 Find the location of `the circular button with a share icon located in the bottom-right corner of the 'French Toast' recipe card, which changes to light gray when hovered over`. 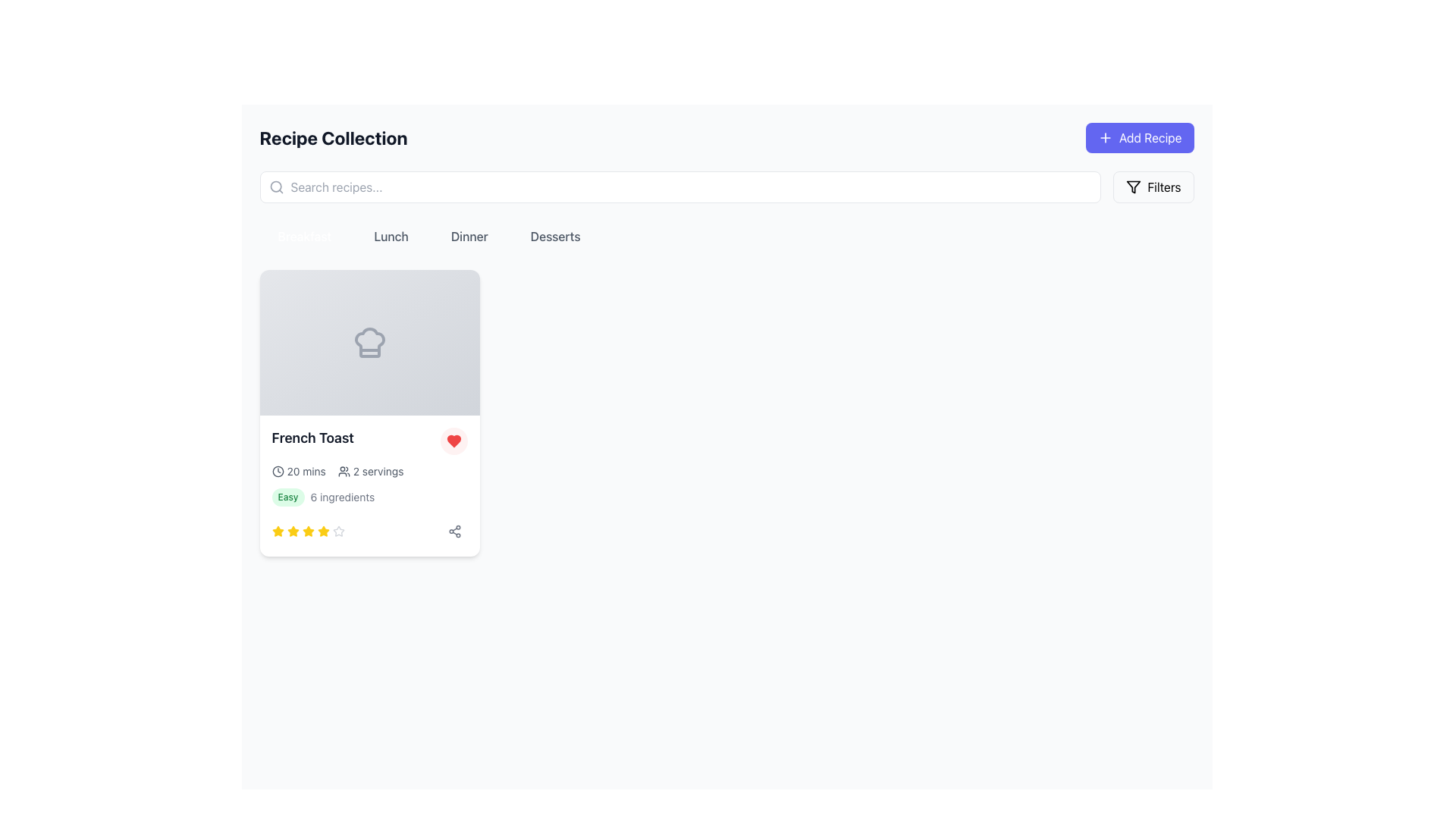

the circular button with a share icon located in the bottom-right corner of the 'French Toast' recipe card, which changes to light gray when hovered over is located at coordinates (453, 531).